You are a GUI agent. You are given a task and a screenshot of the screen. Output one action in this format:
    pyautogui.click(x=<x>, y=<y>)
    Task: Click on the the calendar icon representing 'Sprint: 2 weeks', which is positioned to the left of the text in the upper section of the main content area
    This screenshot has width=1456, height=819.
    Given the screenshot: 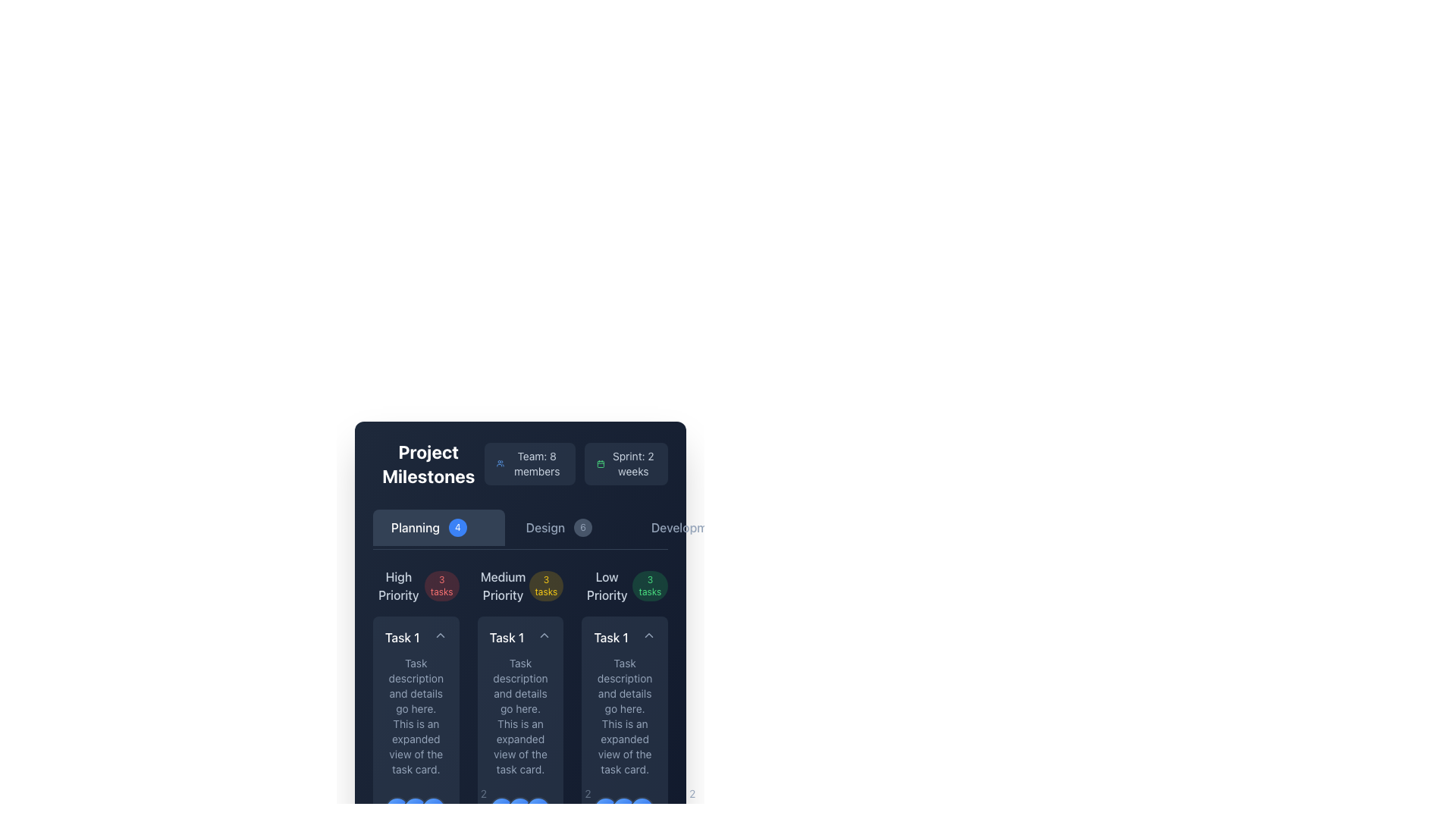 What is the action you would take?
    pyautogui.click(x=600, y=463)
    